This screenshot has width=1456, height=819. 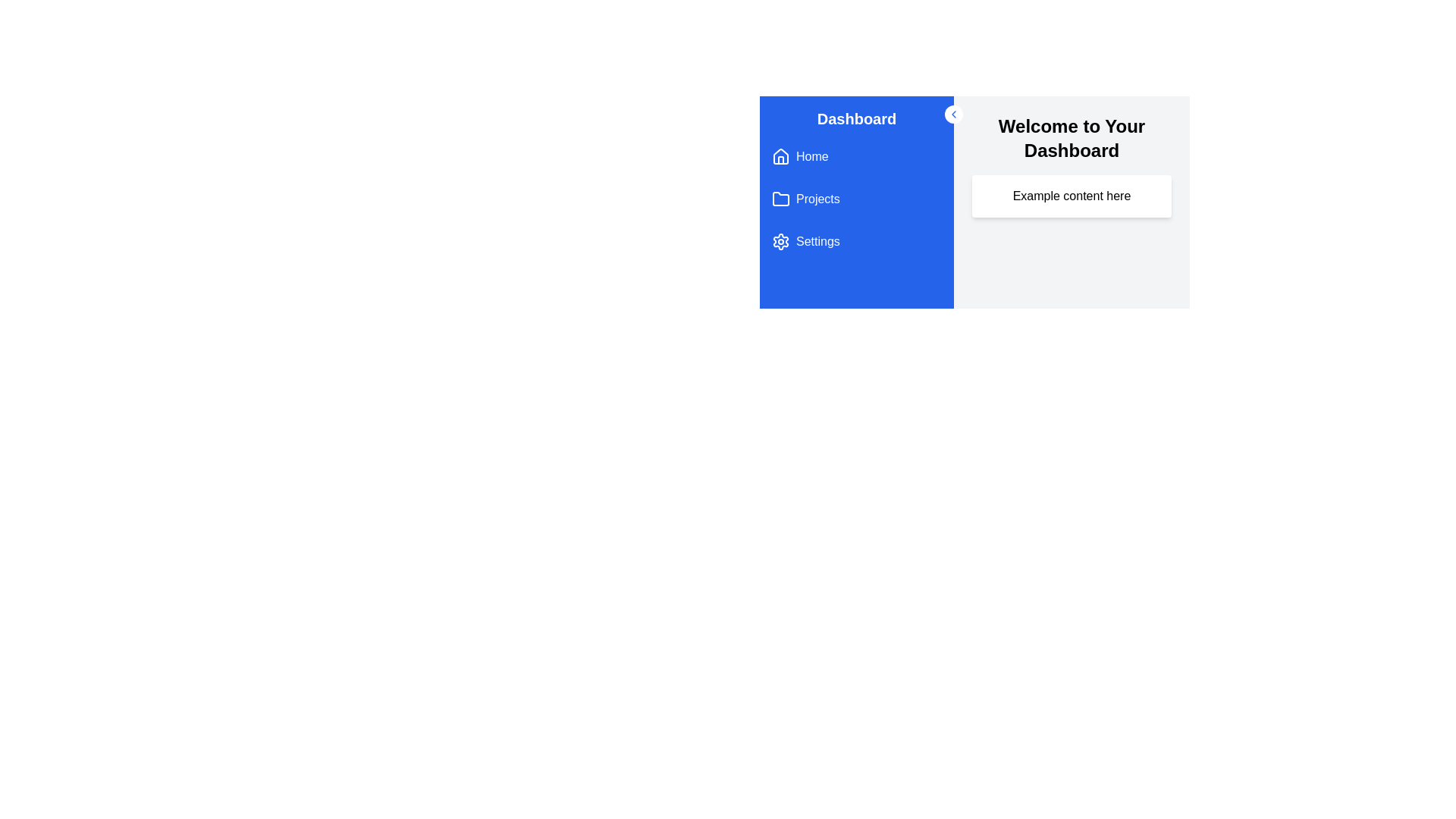 What do you see at coordinates (952, 113) in the screenshot?
I see `the chevron-left icon, which is a small circular button with a white background and blue outline located at the top-right corner of the blue dashboard section` at bounding box center [952, 113].